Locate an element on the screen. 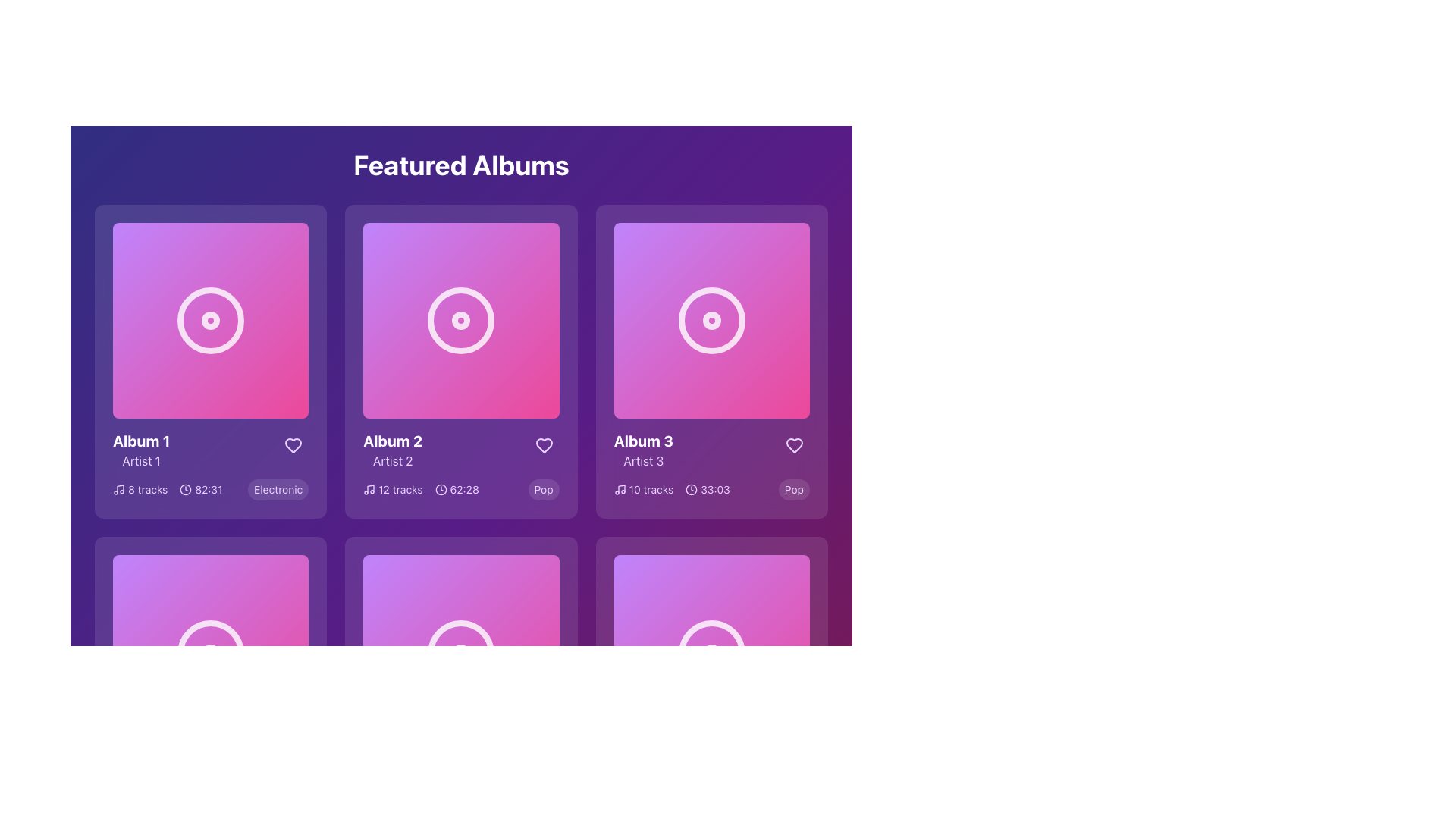 This screenshot has height=819, width=1456. the informational text element located at the lower-left side of the card, below the album title 'Album 1' and aligned to the left of the genre indicator 'Electronic' is located at coordinates (168, 490).